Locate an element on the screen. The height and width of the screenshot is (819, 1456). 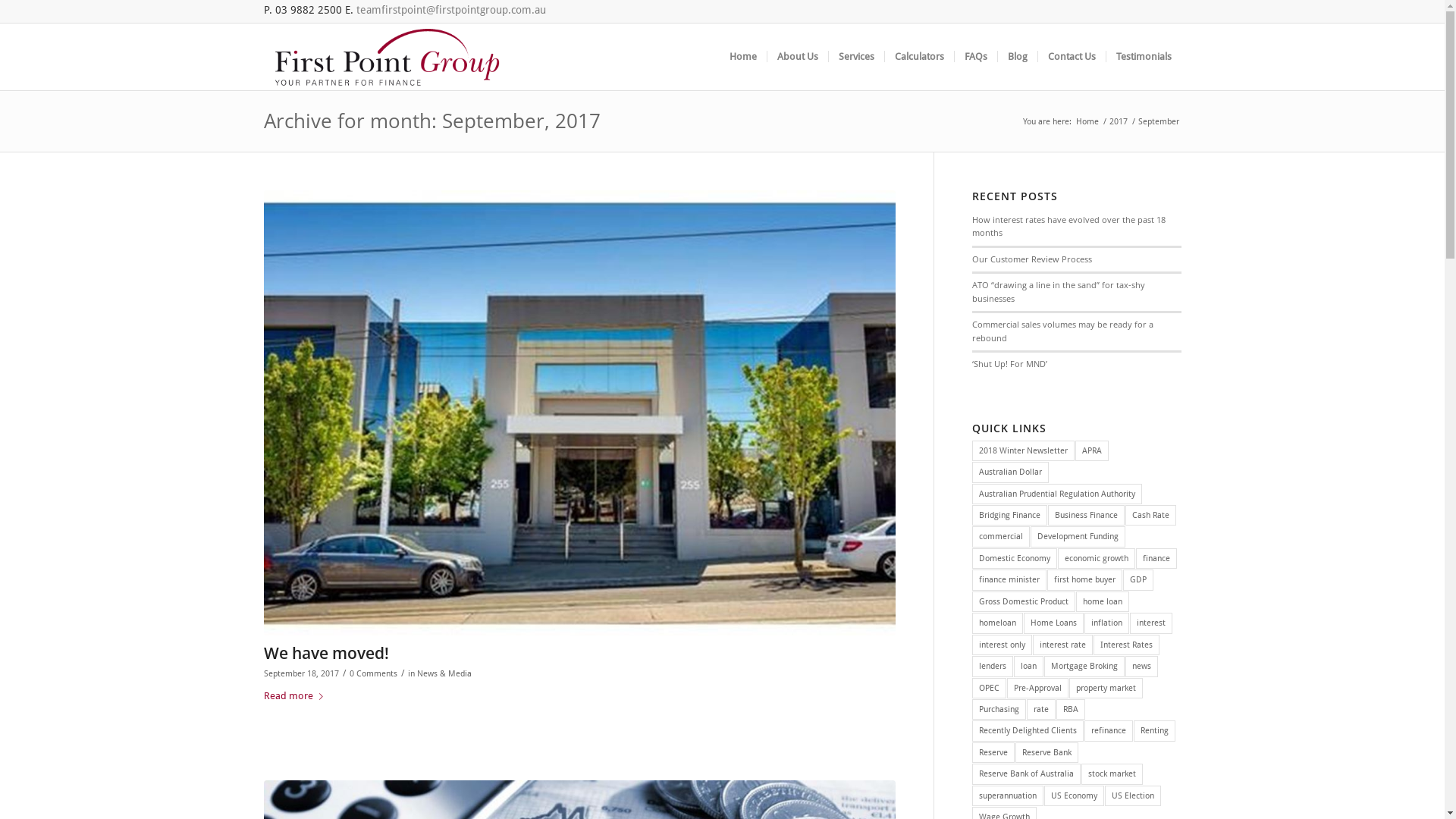
'Reserve' is located at coordinates (993, 752).